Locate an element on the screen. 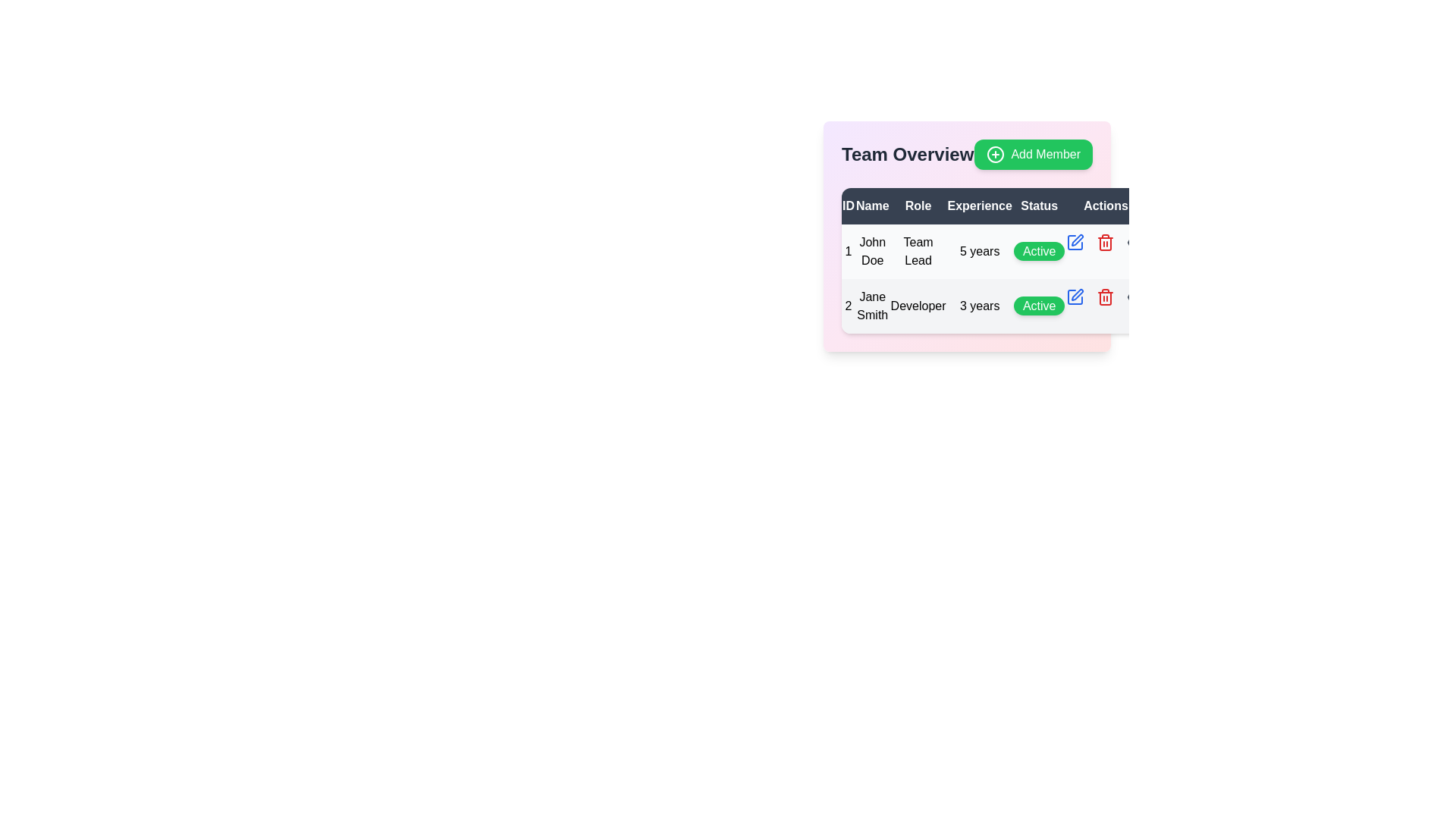  the vertical bar icon of the red trash can is located at coordinates (1106, 298).